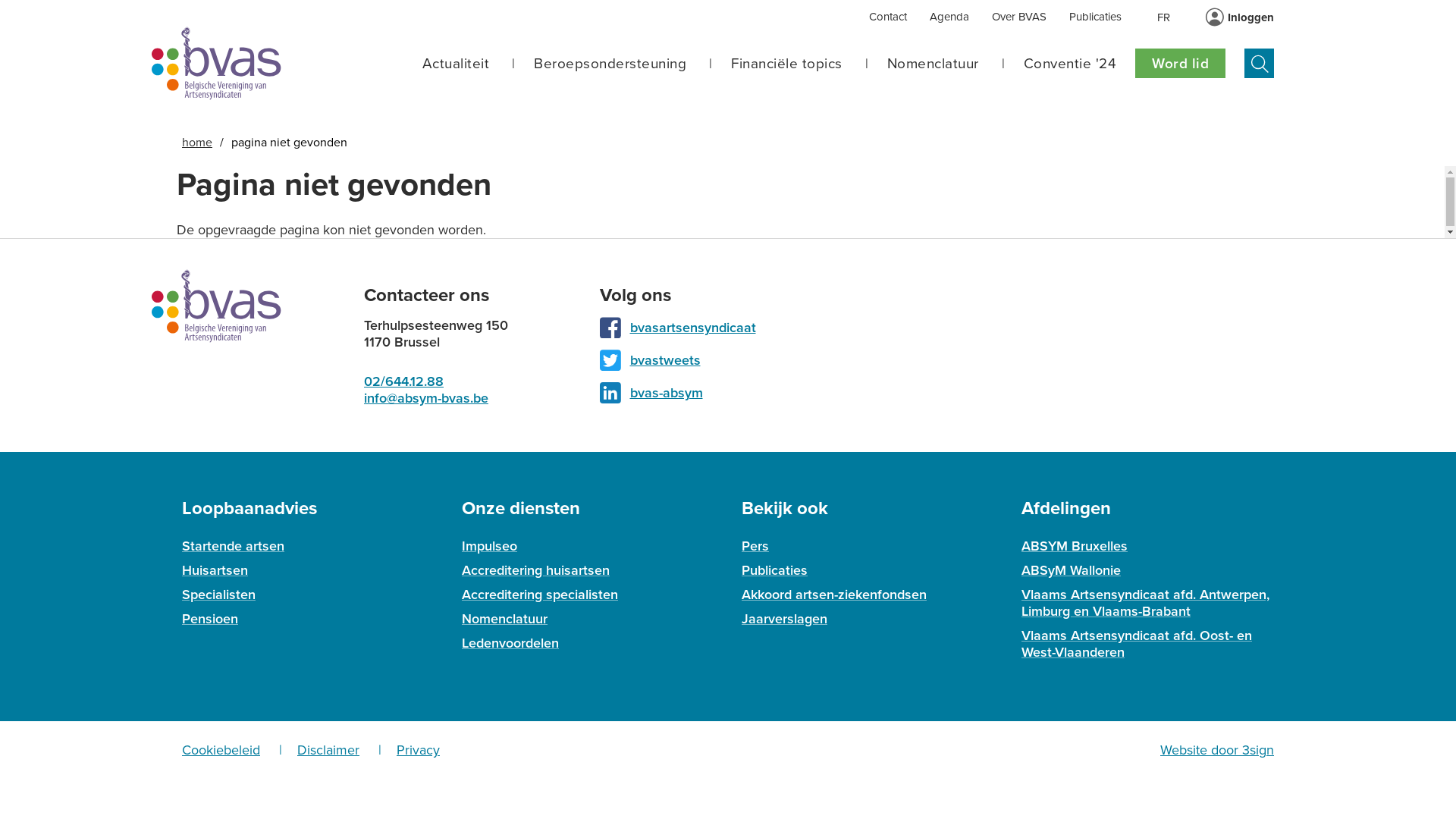 This screenshot has width=1456, height=819. I want to click on 'home', so click(196, 143).